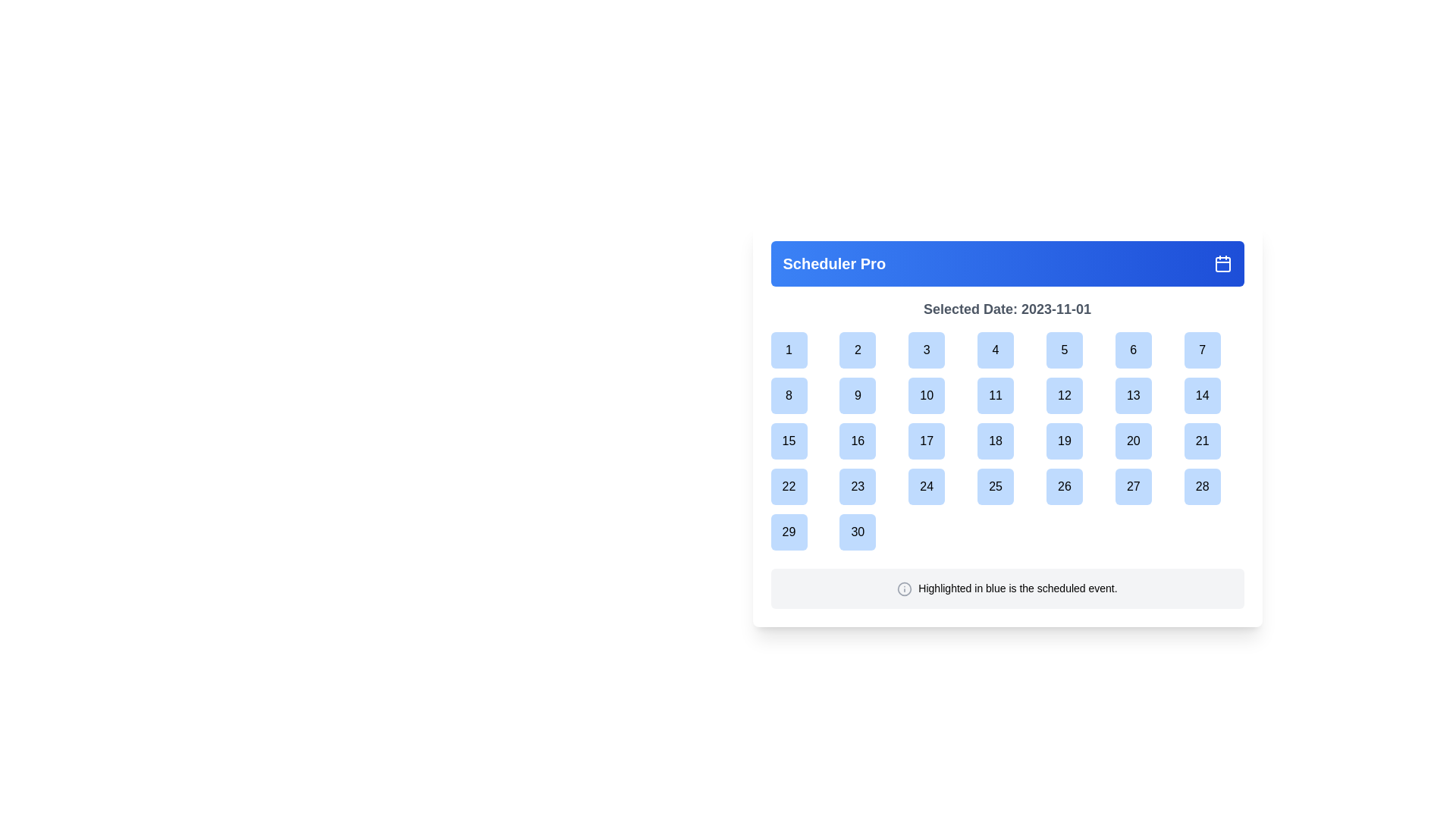 The image size is (1456, 819). I want to click on the calendar cell labeled '16', so click(871, 472).